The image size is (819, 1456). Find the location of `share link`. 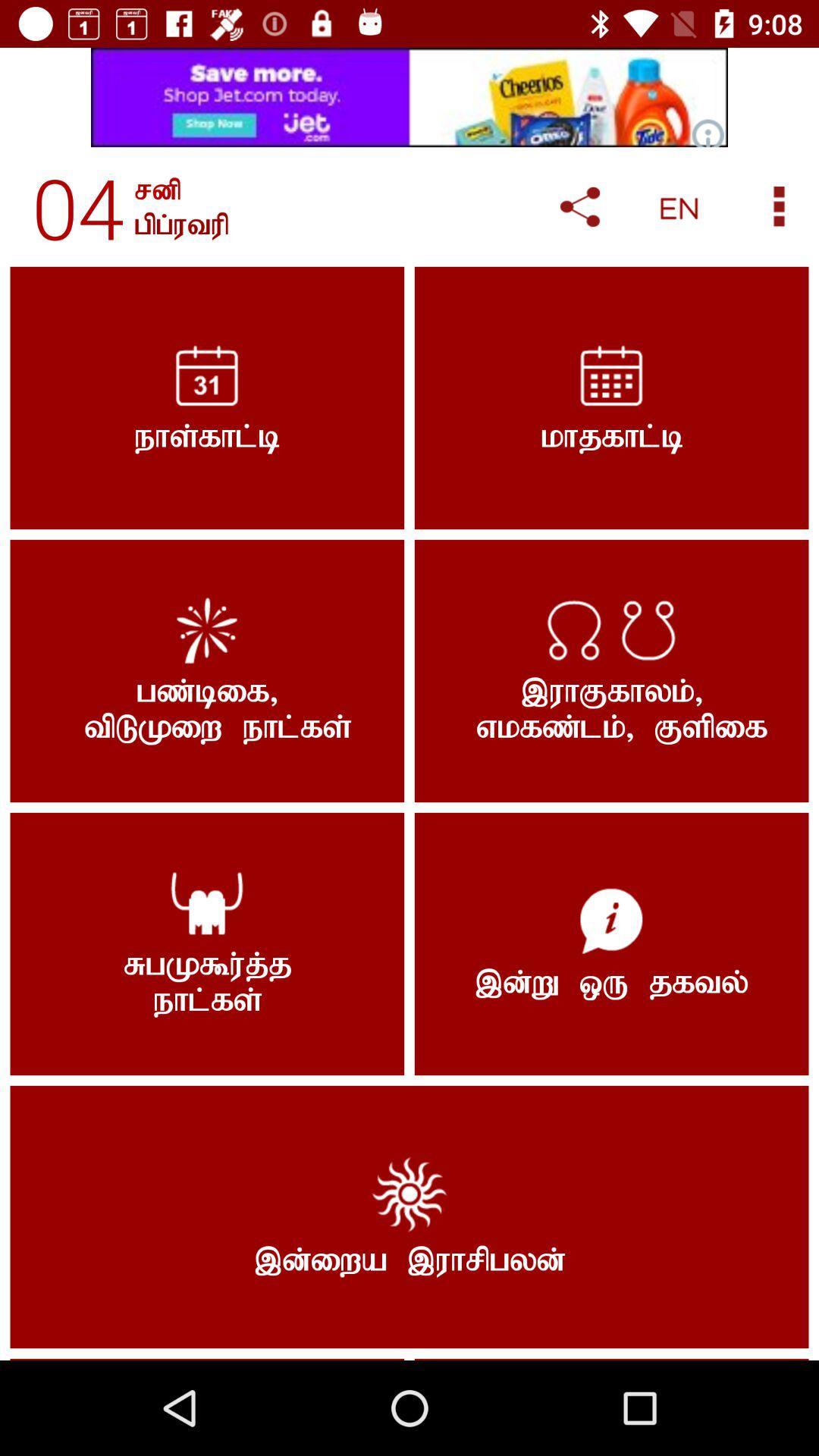

share link is located at coordinates (579, 206).